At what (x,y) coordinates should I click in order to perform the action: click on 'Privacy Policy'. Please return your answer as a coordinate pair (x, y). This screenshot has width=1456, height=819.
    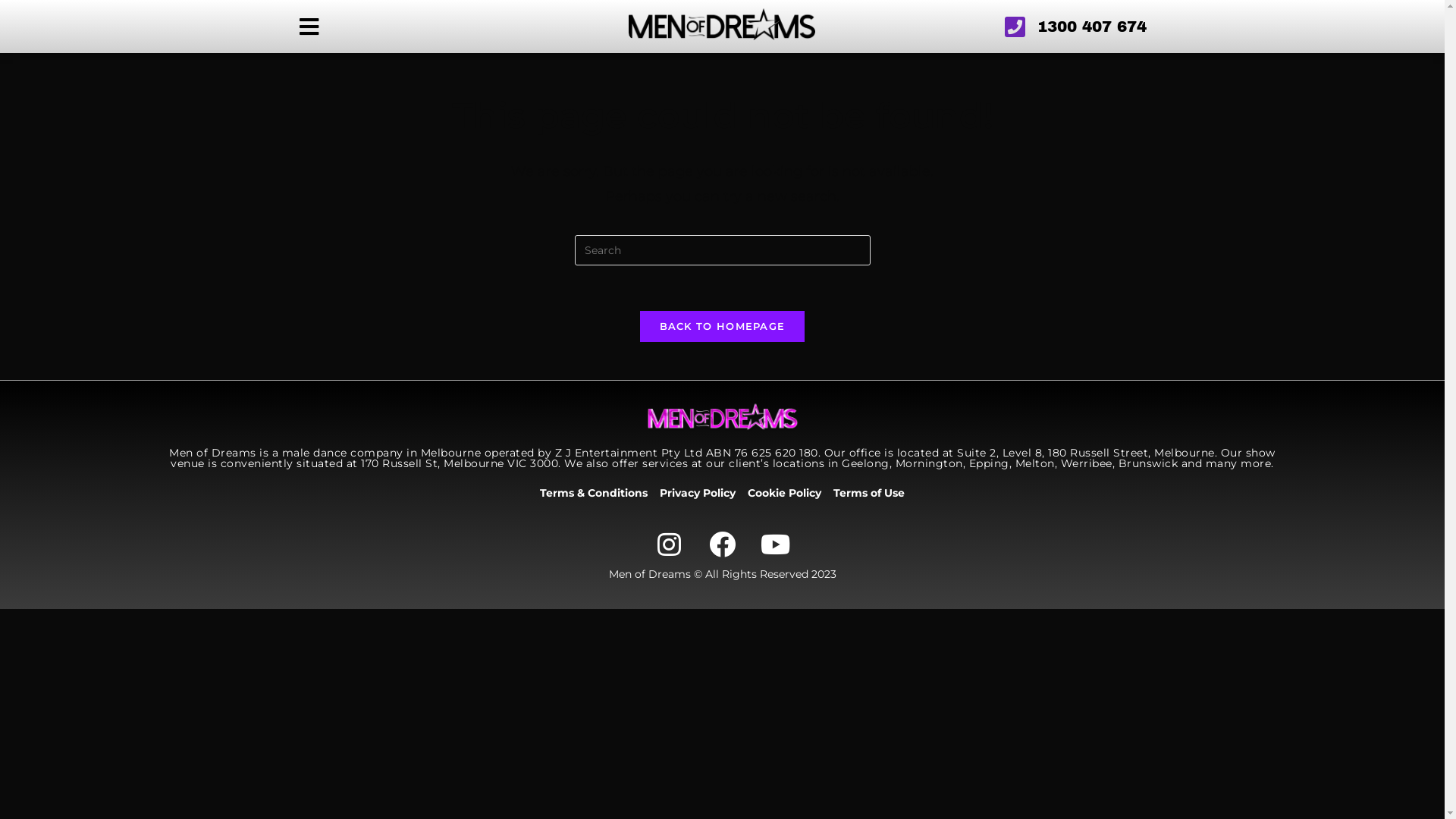
    Looking at the image, I should click on (697, 493).